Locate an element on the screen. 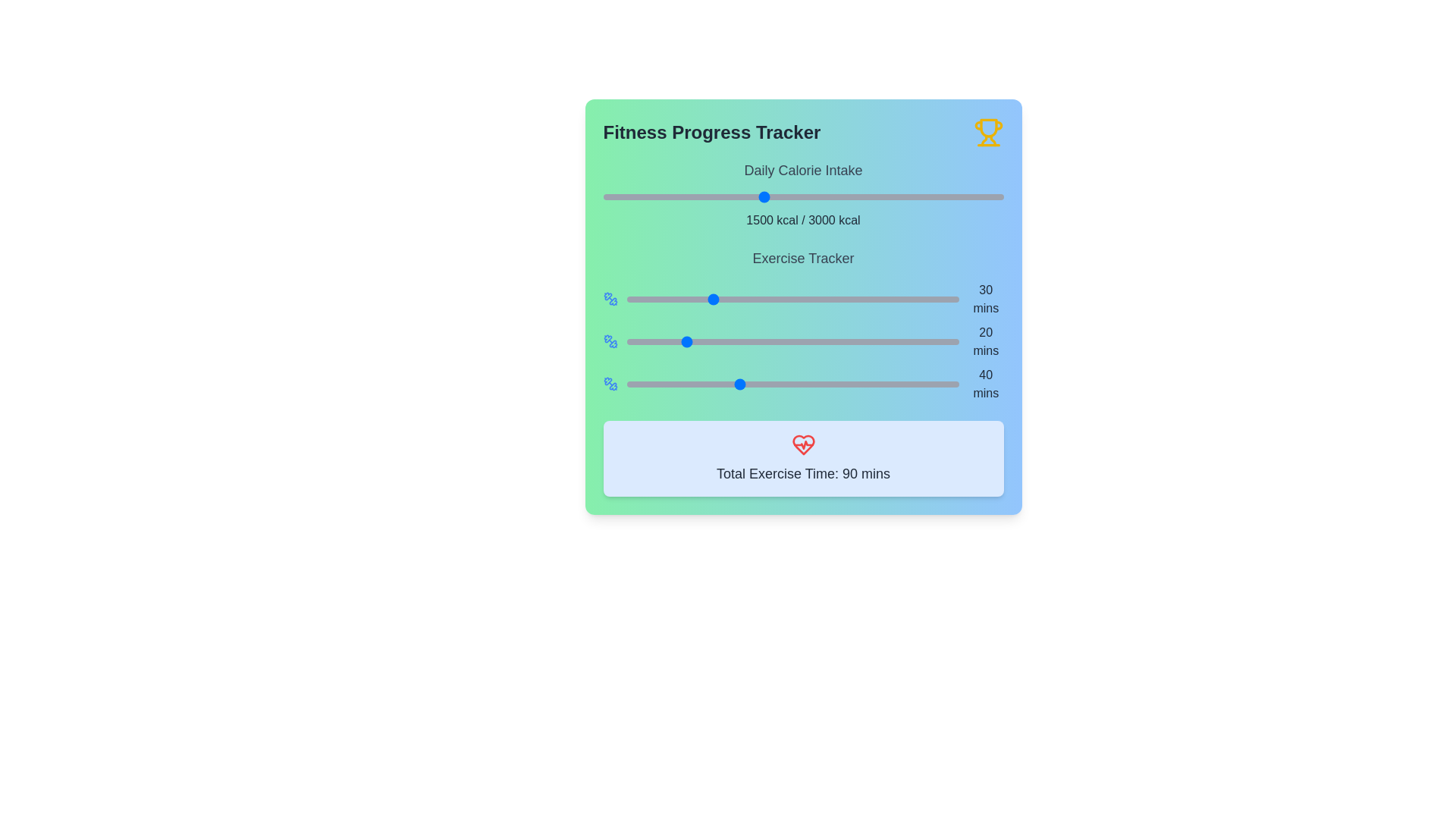 Image resolution: width=1456 pixels, height=819 pixels. the Informative card with a light blue background and a red heart icon at the top, which displays 'Total Exercise Time: 90 mins' below it is located at coordinates (802, 458).